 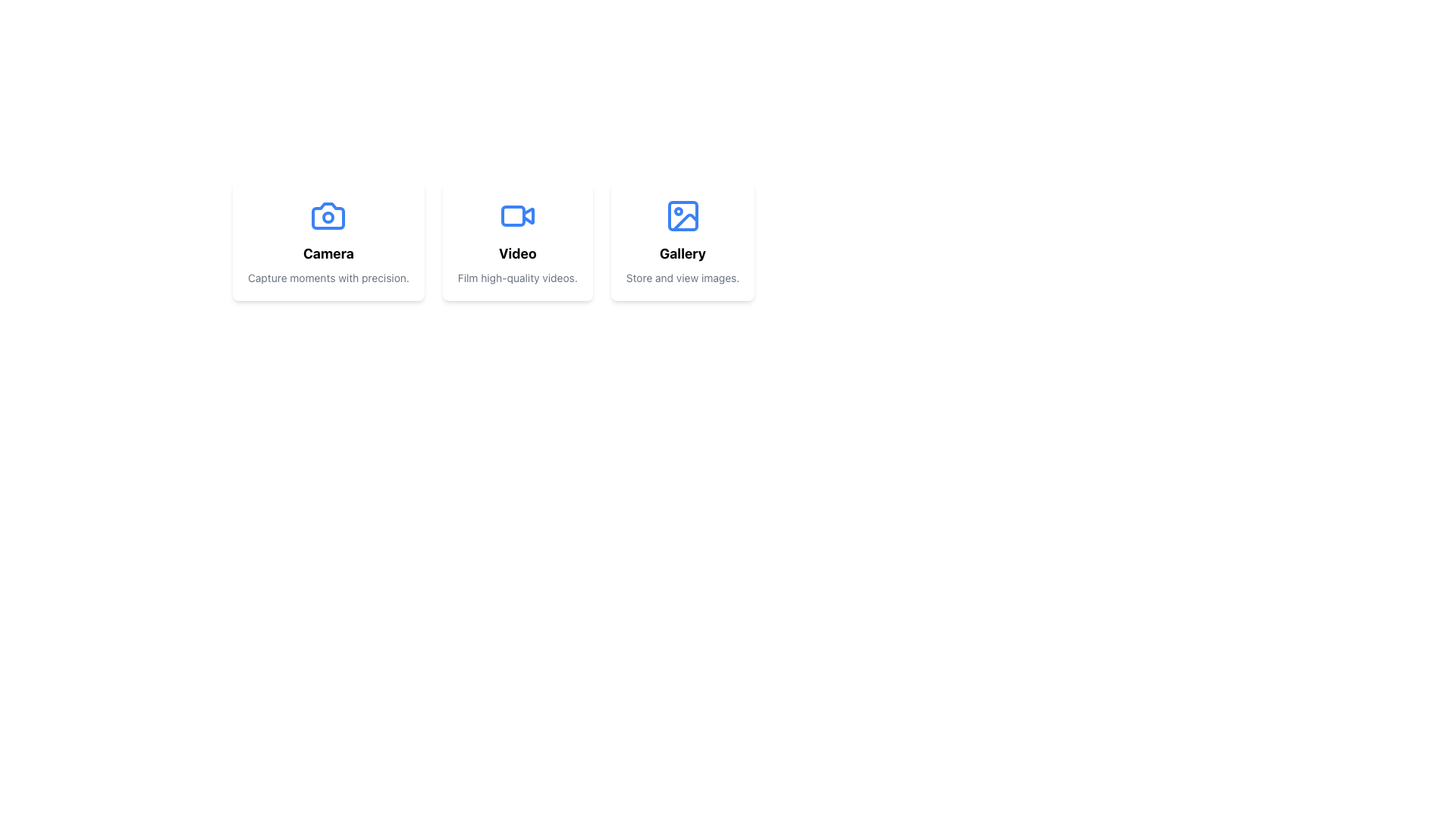 I want to click on the camera-shaped icon located within the blue-colored filled rounded square, which is part of the leftmost action card labeled 'Camera', so click(x=328, y=216).